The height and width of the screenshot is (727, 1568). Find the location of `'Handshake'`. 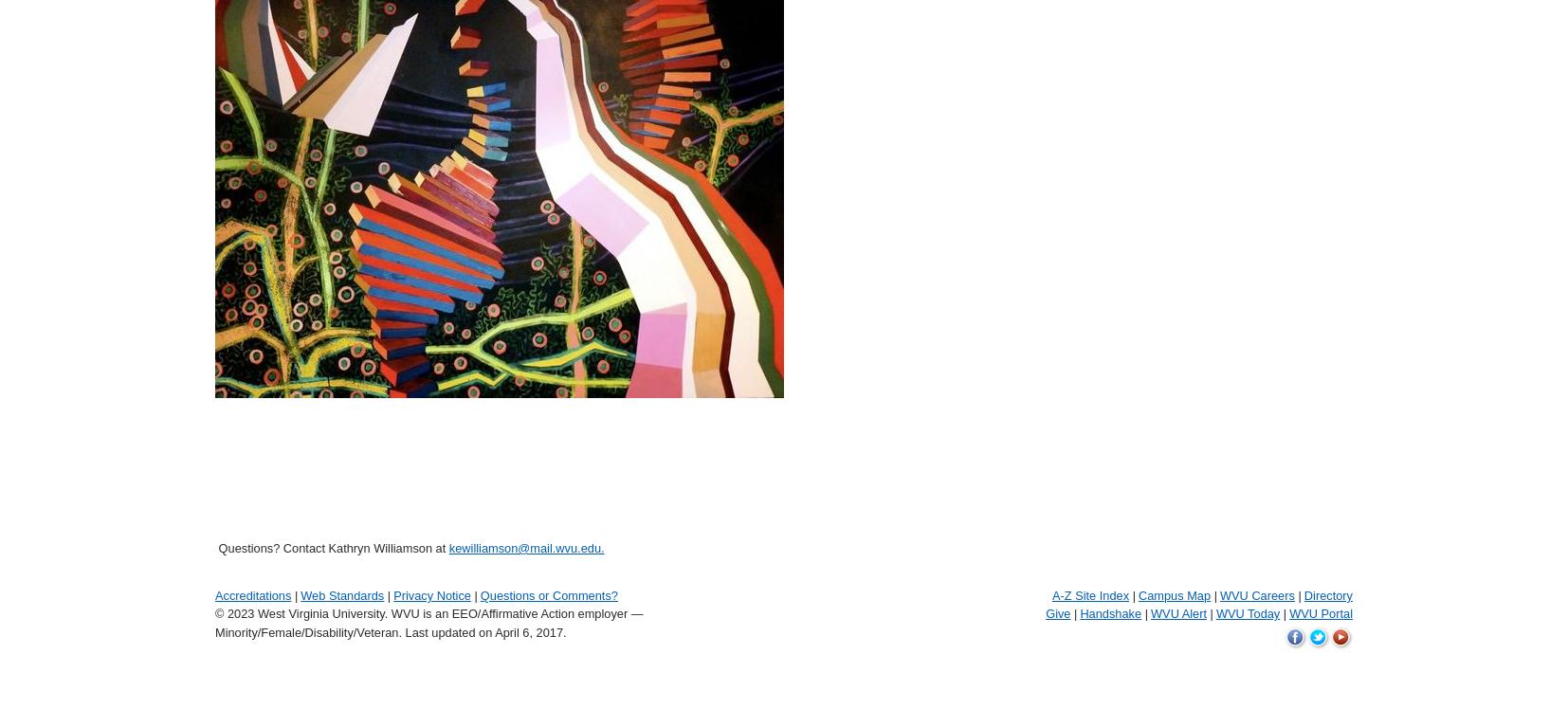

'Handshake' is located at coordinates (1109, 612).